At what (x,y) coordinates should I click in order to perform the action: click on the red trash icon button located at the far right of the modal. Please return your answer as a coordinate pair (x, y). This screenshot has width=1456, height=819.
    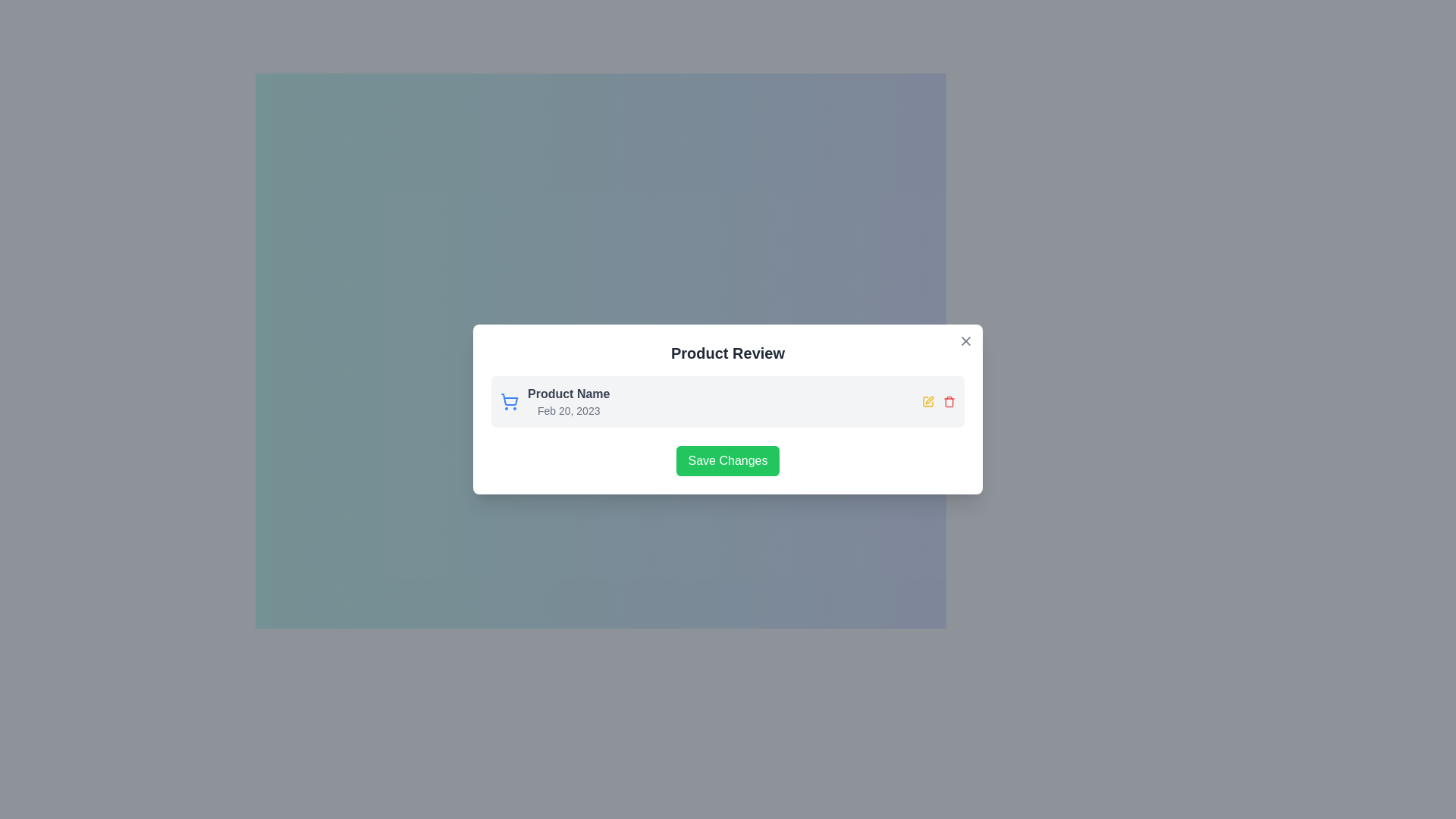
    Looking at the image, I should click on (949, 400).